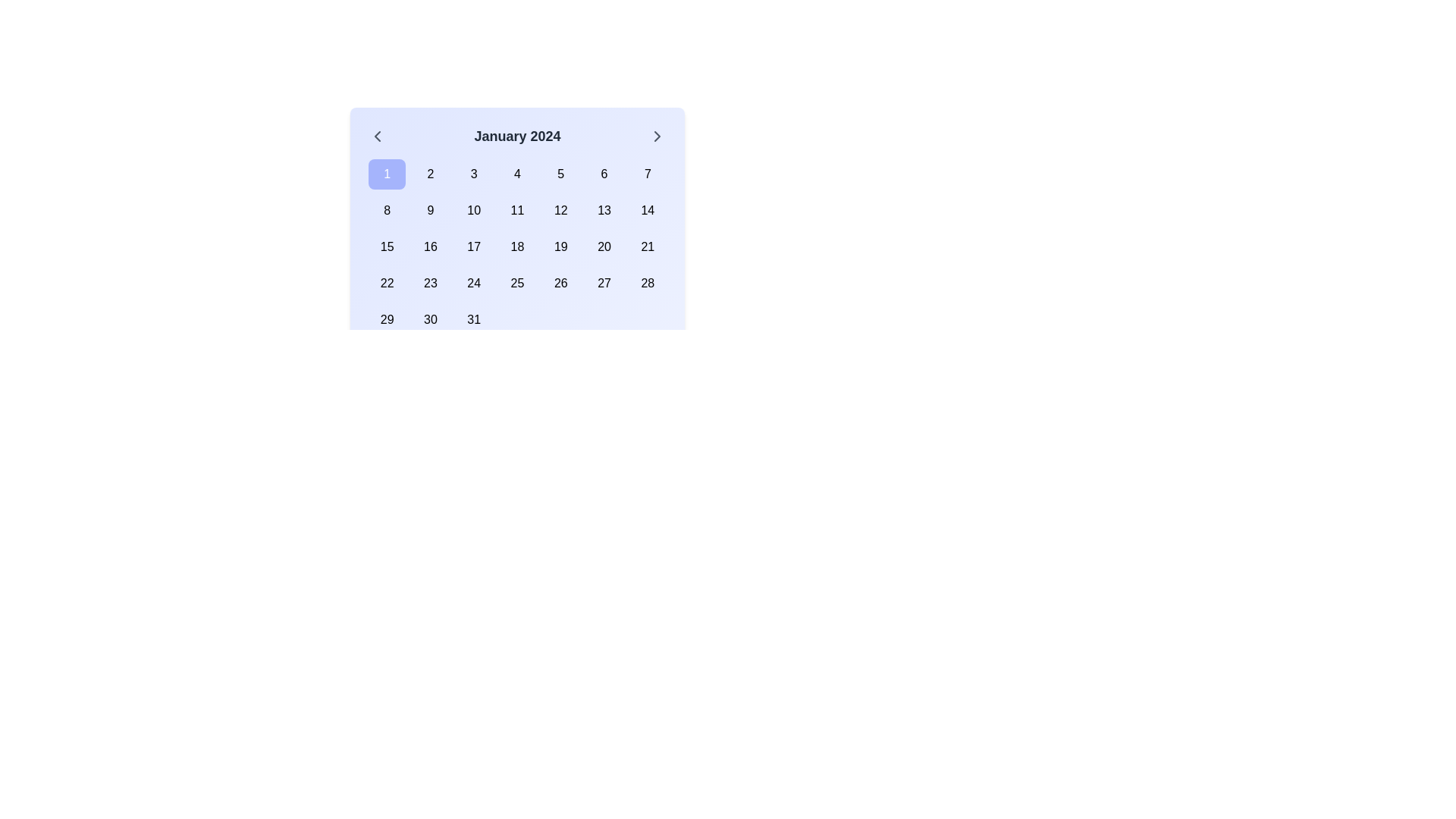  What do you see at coordinates (517, 174) in the screenshot?
I see `the button representing the numerical day '4' in the January 2024 calendar` at bounding box center [517, 174].